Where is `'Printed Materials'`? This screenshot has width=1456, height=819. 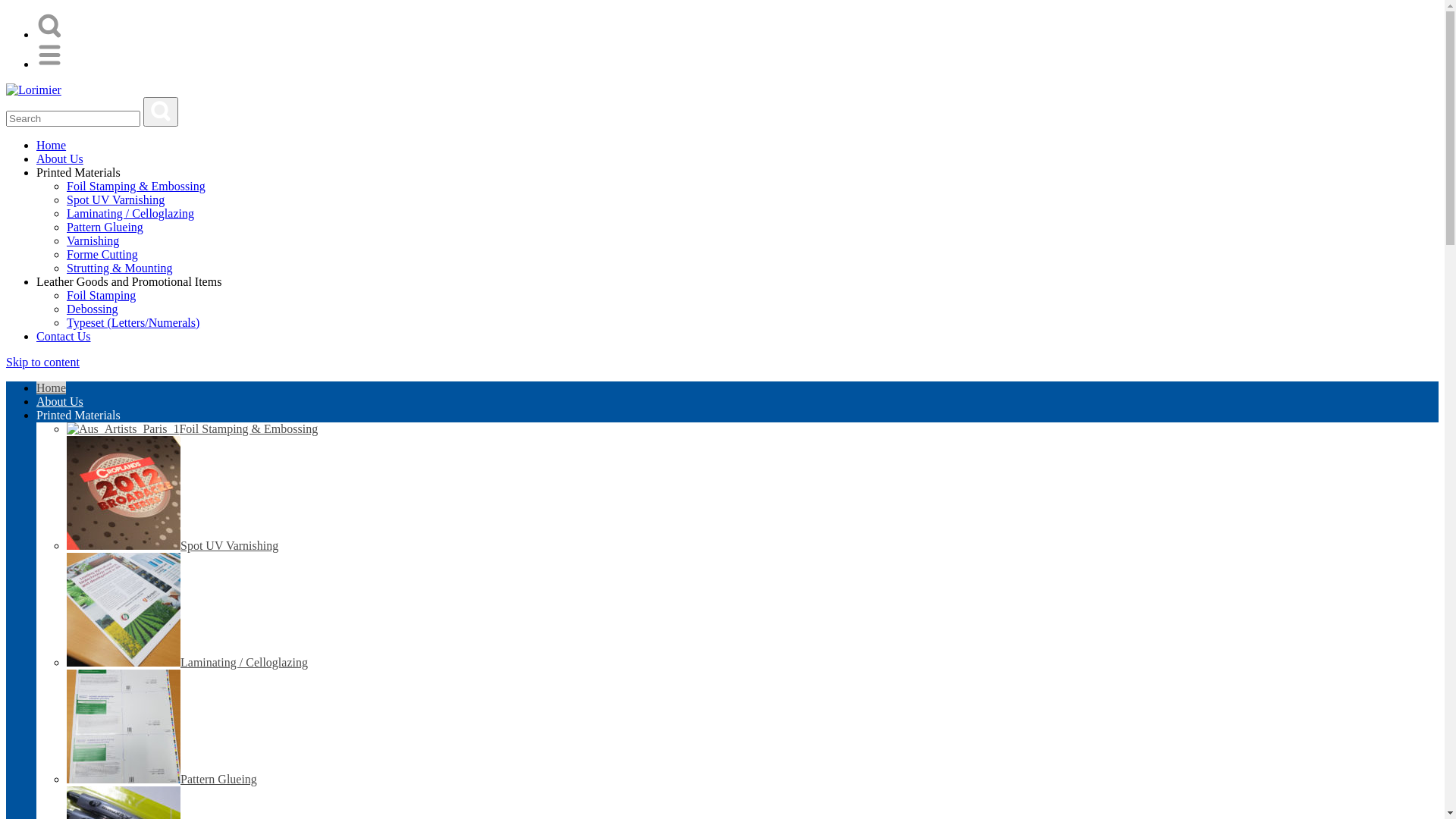
'Printed Materials' is located at coordinates (77, 171).